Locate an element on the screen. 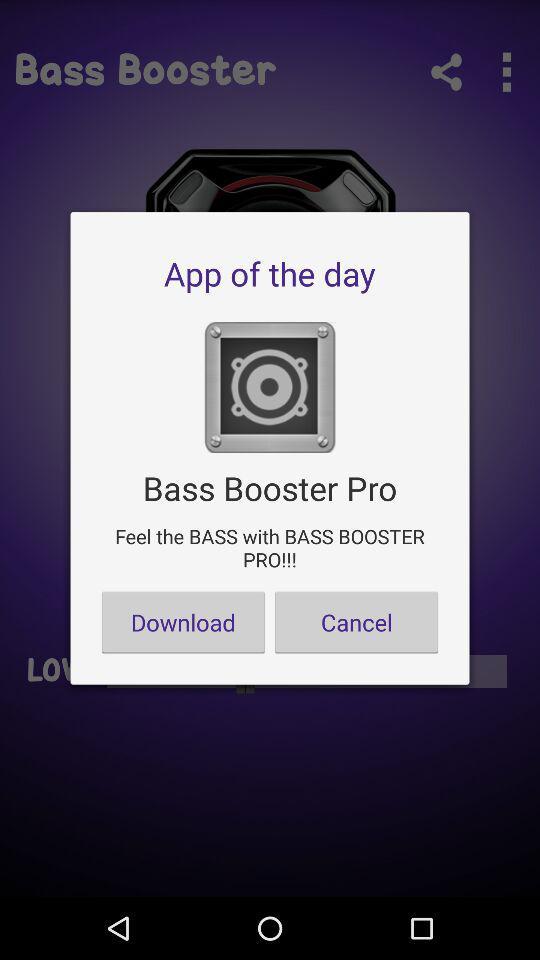 The image size is (540, 960). the button to the right of download item is located at coordinates (355, 621).